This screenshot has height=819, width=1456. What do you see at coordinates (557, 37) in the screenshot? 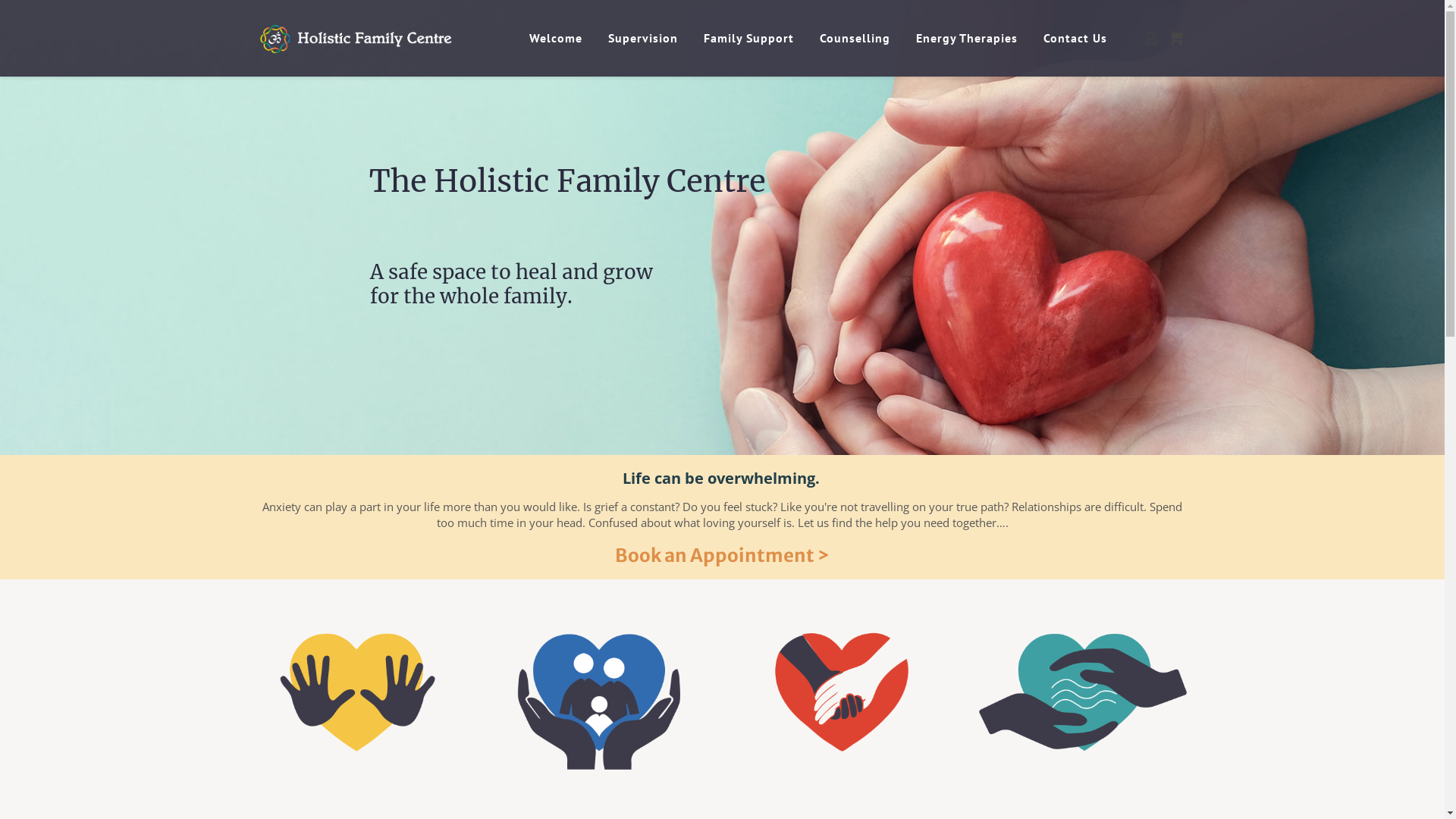
I see `'Welcome'` at bounding box center [557, 37].